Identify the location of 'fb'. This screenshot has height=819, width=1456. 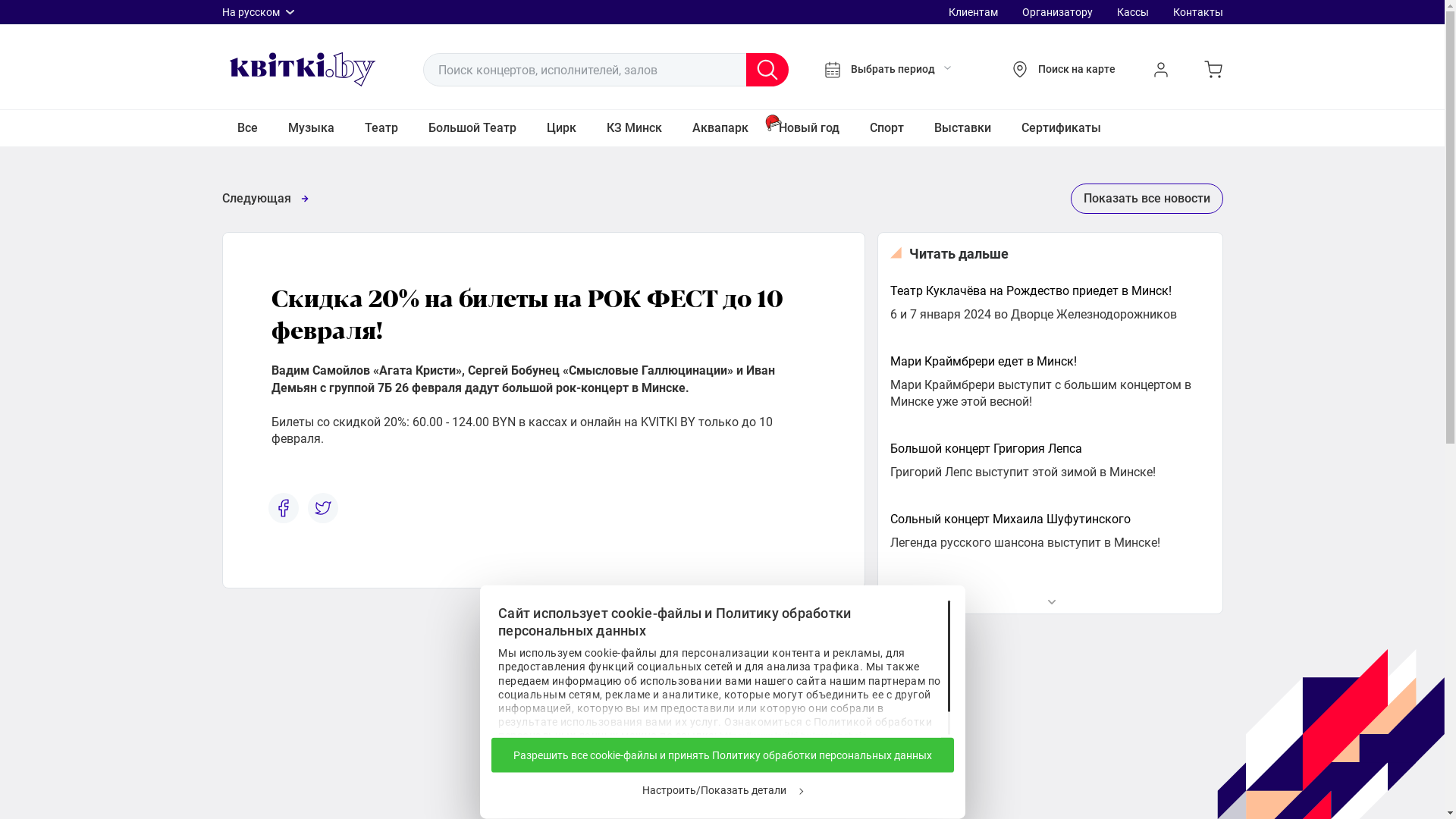
(284, 508).